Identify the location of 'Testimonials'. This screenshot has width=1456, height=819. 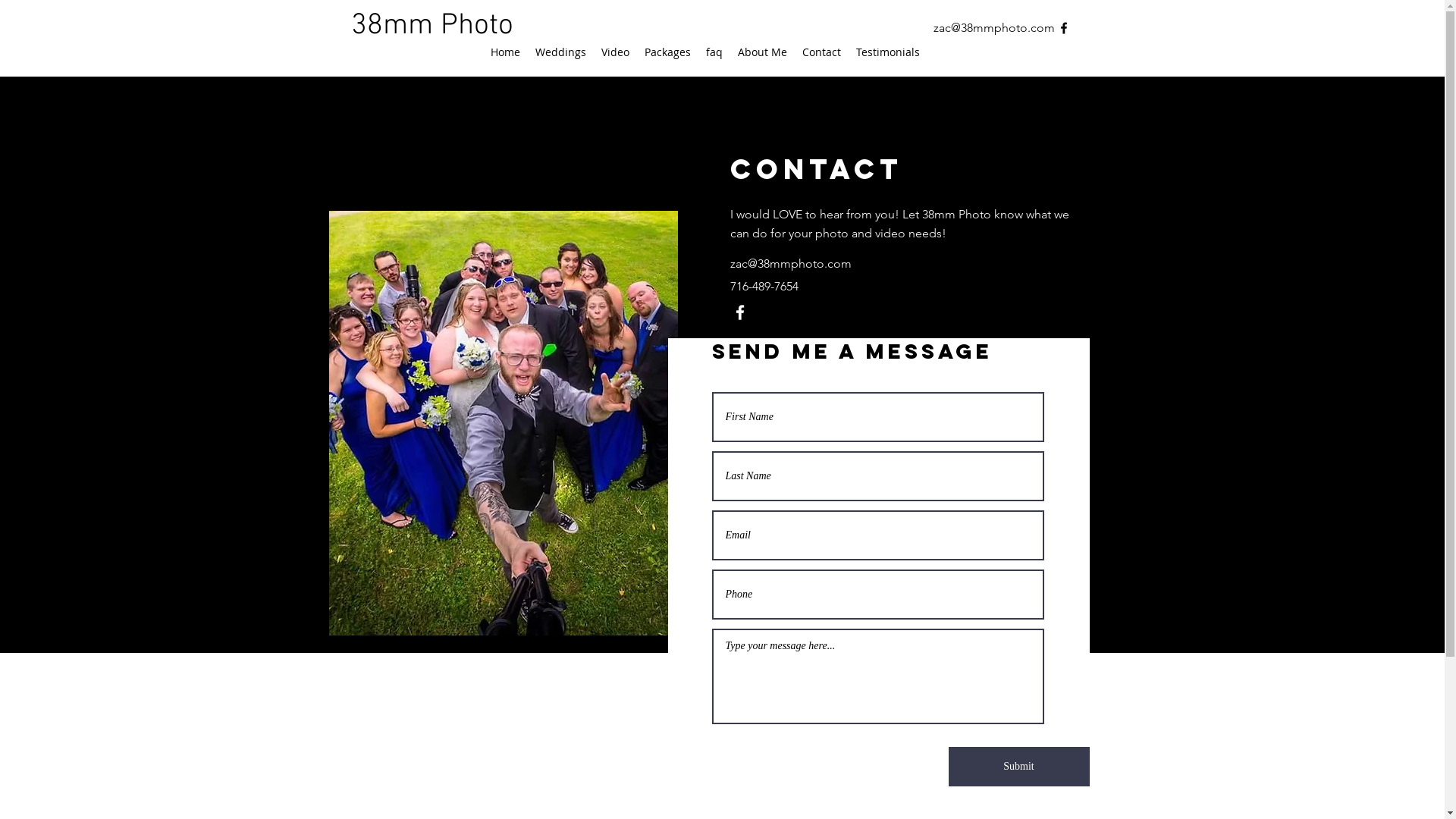
(887, 52).